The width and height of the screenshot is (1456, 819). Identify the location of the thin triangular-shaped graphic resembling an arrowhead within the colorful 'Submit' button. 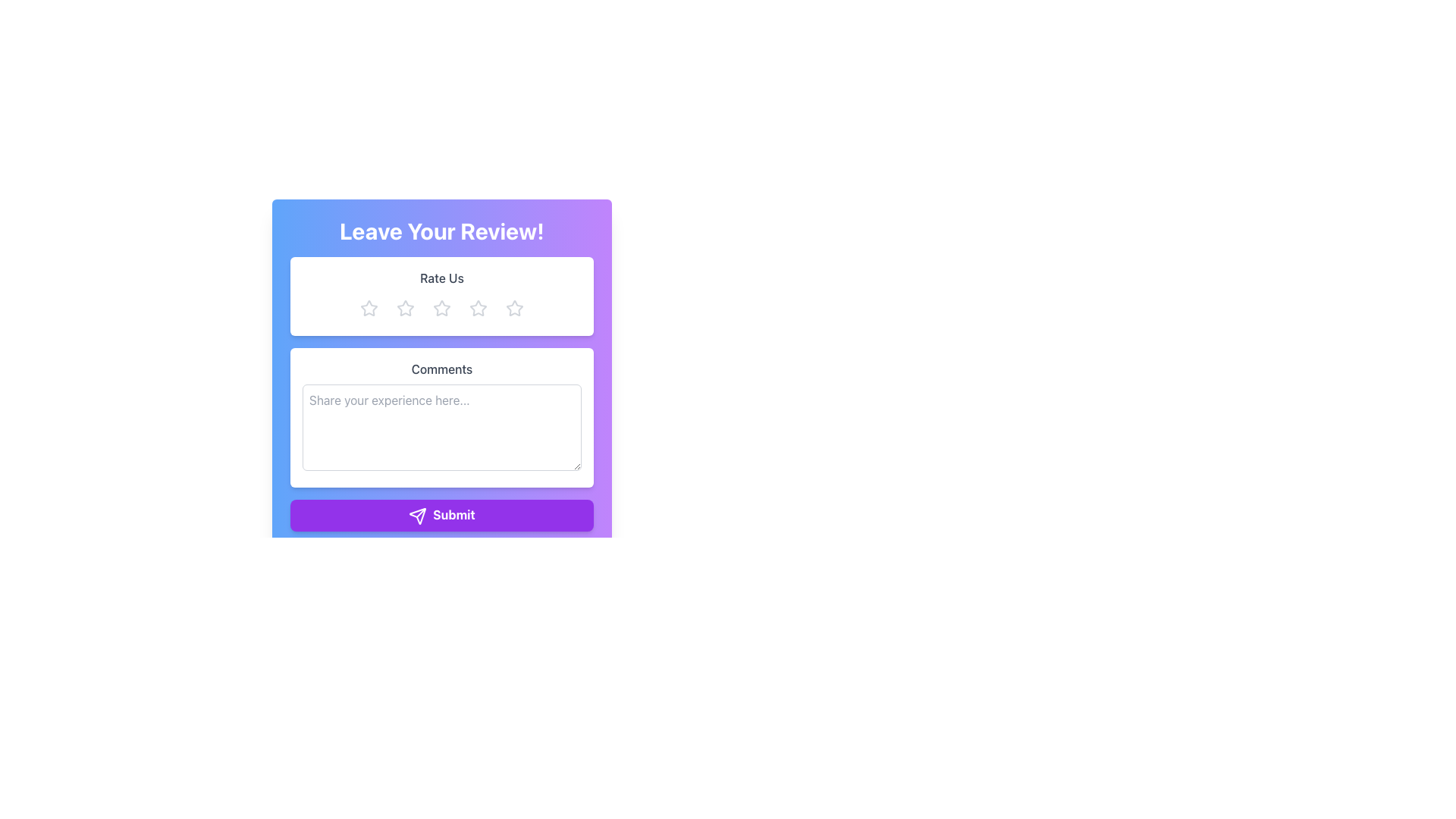
(418, 515).